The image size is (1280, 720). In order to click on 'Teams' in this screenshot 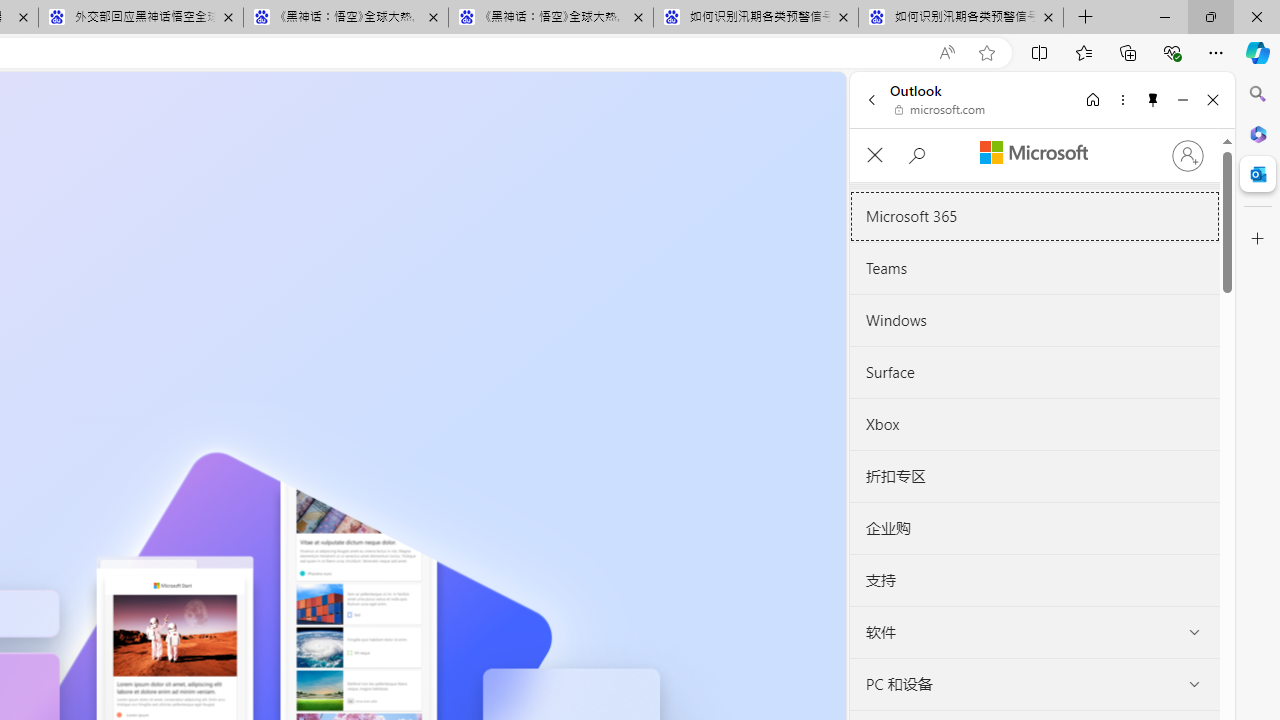, I will do `click(1034, 267)`.